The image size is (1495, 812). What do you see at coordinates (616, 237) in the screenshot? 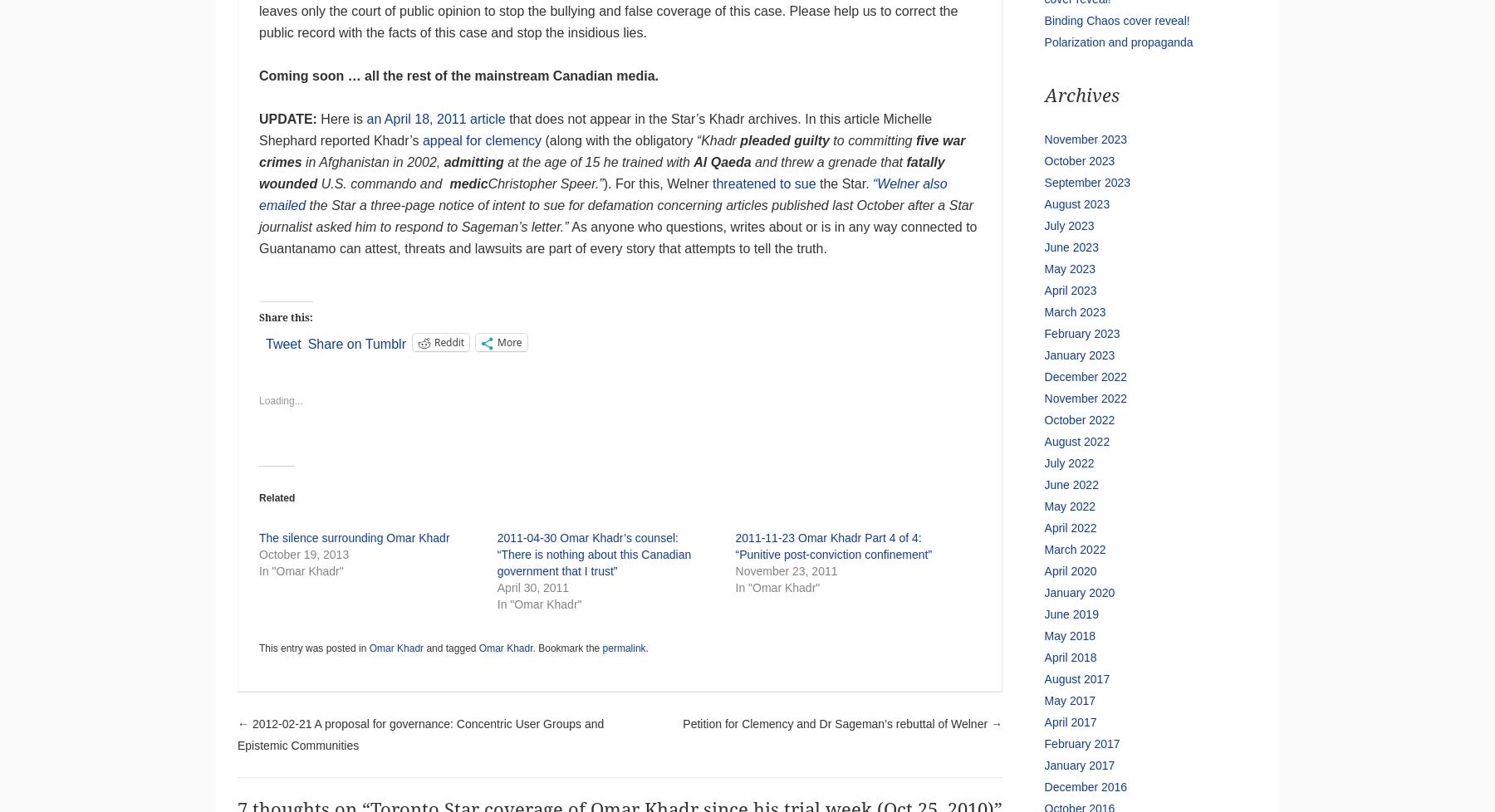
I see `'As anyone who questions, writes about or is in any way connected to Guantanamo can attest, threats and lawsuits are part of every story that attempts to tell the truth.'` at bounding box center [616, 237].